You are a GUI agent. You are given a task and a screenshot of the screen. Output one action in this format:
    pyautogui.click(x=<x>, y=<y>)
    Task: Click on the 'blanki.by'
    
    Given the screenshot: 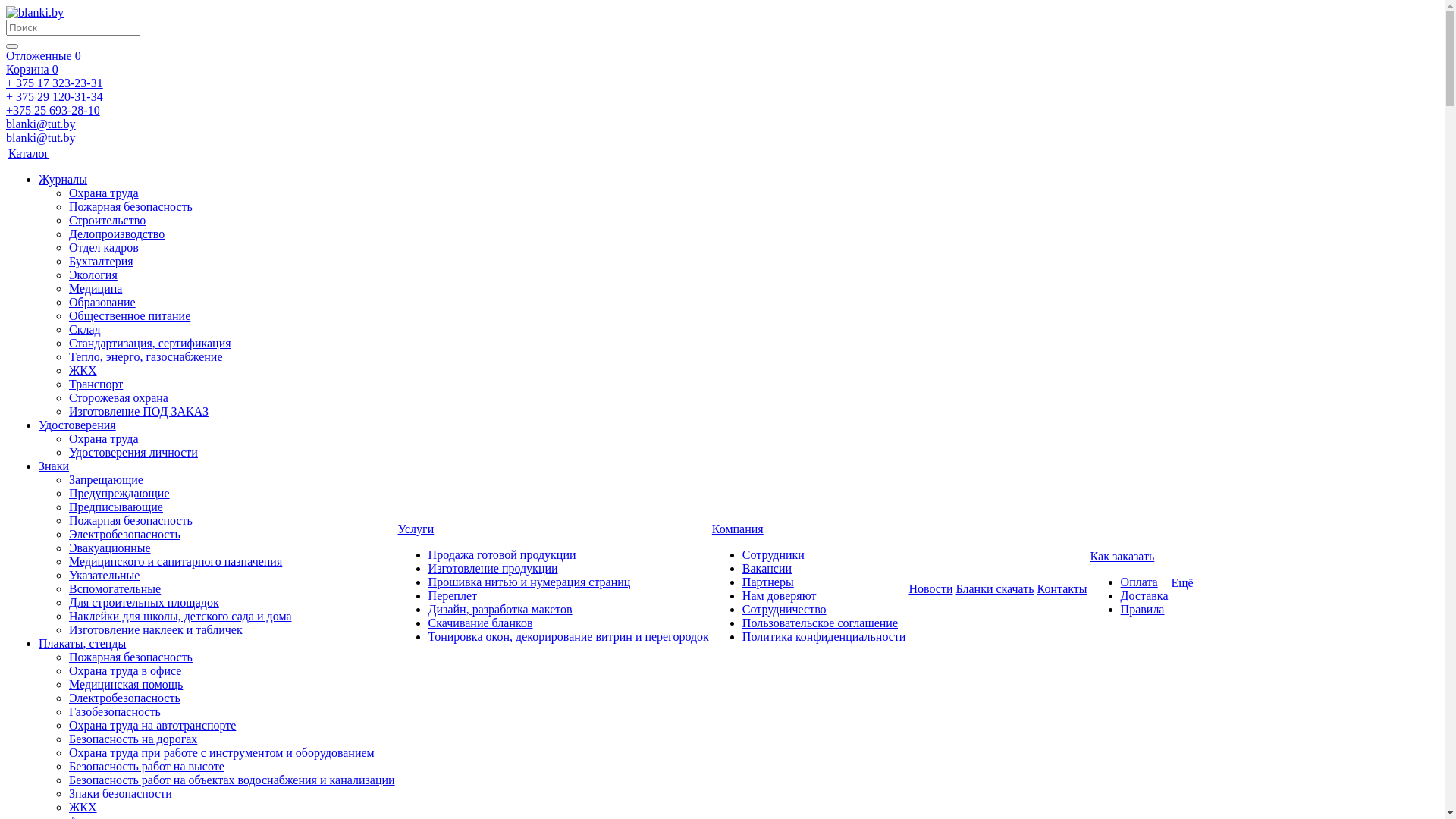 What is the action you would take?
    pyautogui.click(x=35, y=12)
    